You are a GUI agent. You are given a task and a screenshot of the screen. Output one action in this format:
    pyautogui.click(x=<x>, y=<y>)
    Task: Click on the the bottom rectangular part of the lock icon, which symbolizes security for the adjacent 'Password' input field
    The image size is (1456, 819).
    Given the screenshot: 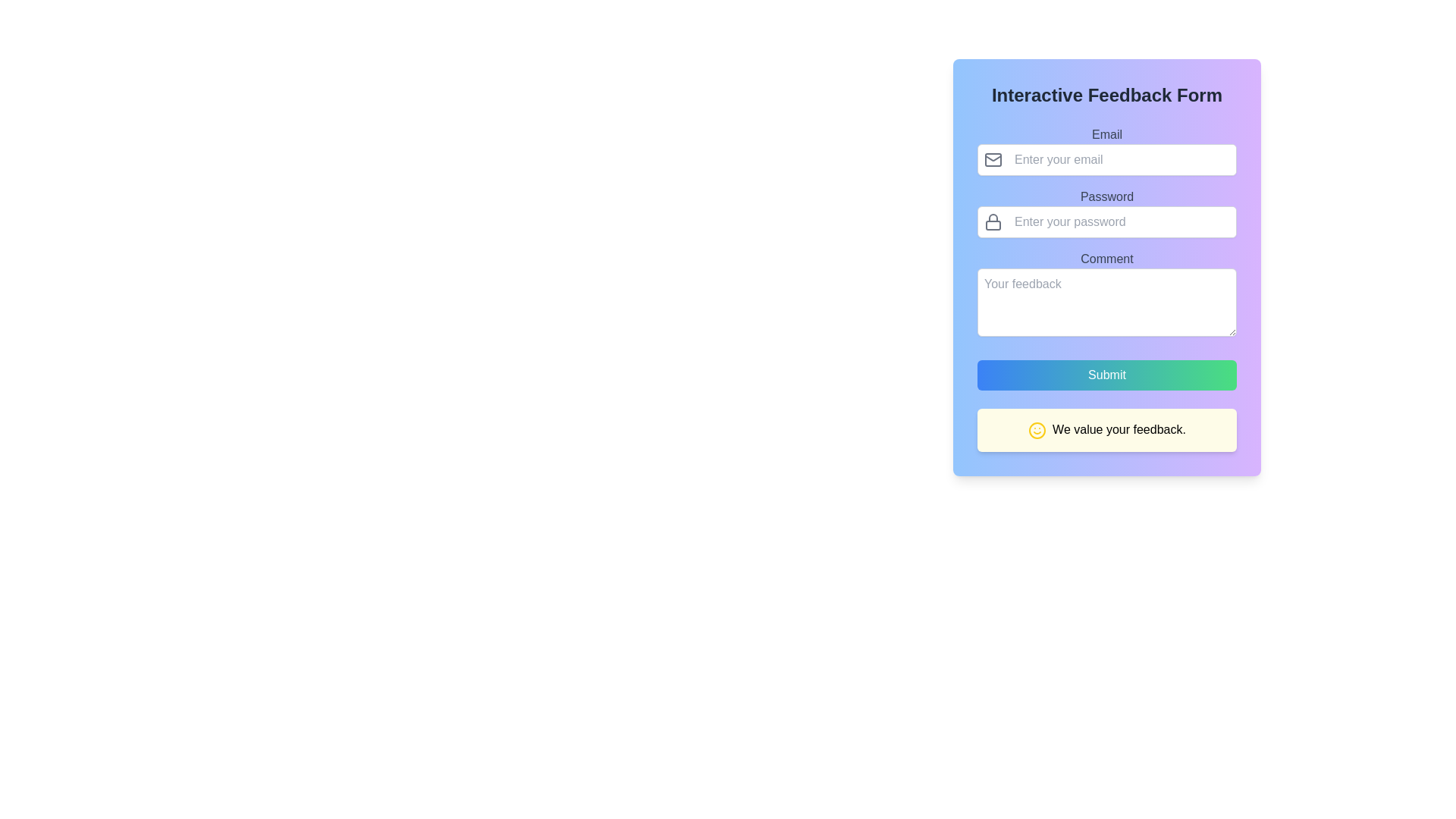 What is the action you would take?
    pyautogui.click(x=993, y=225)
    